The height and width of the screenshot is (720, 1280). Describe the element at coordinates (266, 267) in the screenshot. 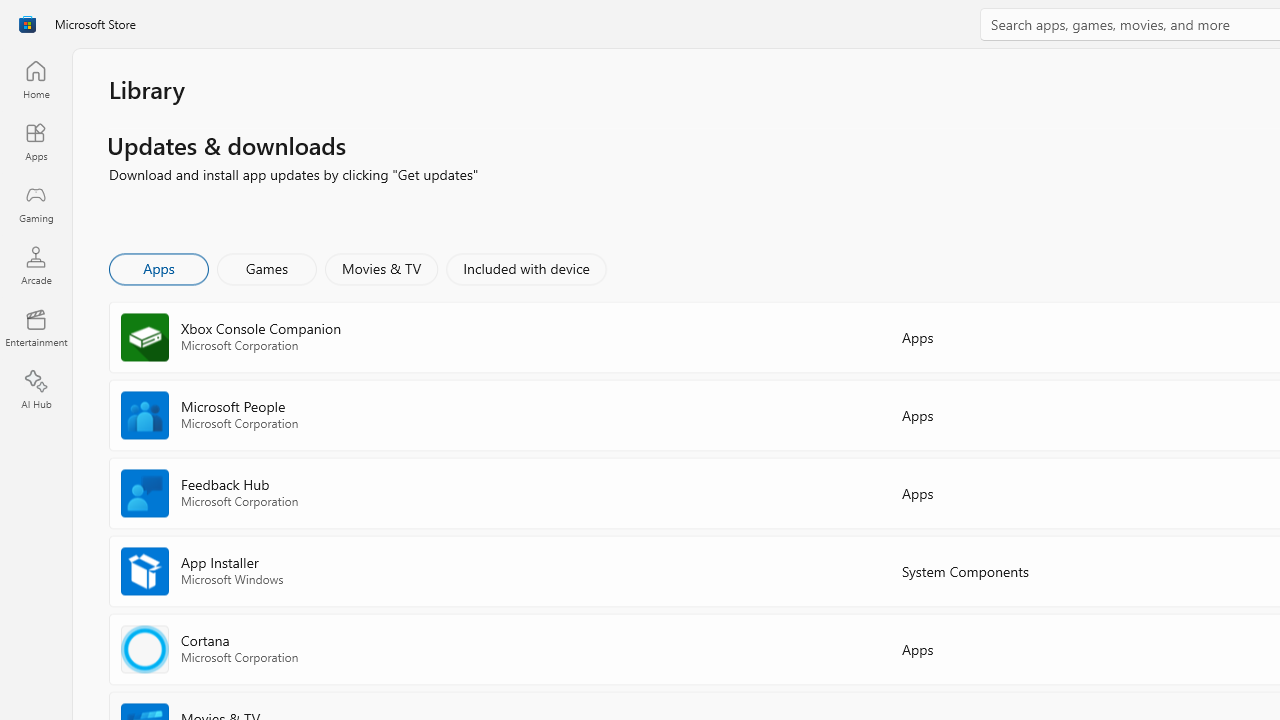

I see `'Games'` at that location.